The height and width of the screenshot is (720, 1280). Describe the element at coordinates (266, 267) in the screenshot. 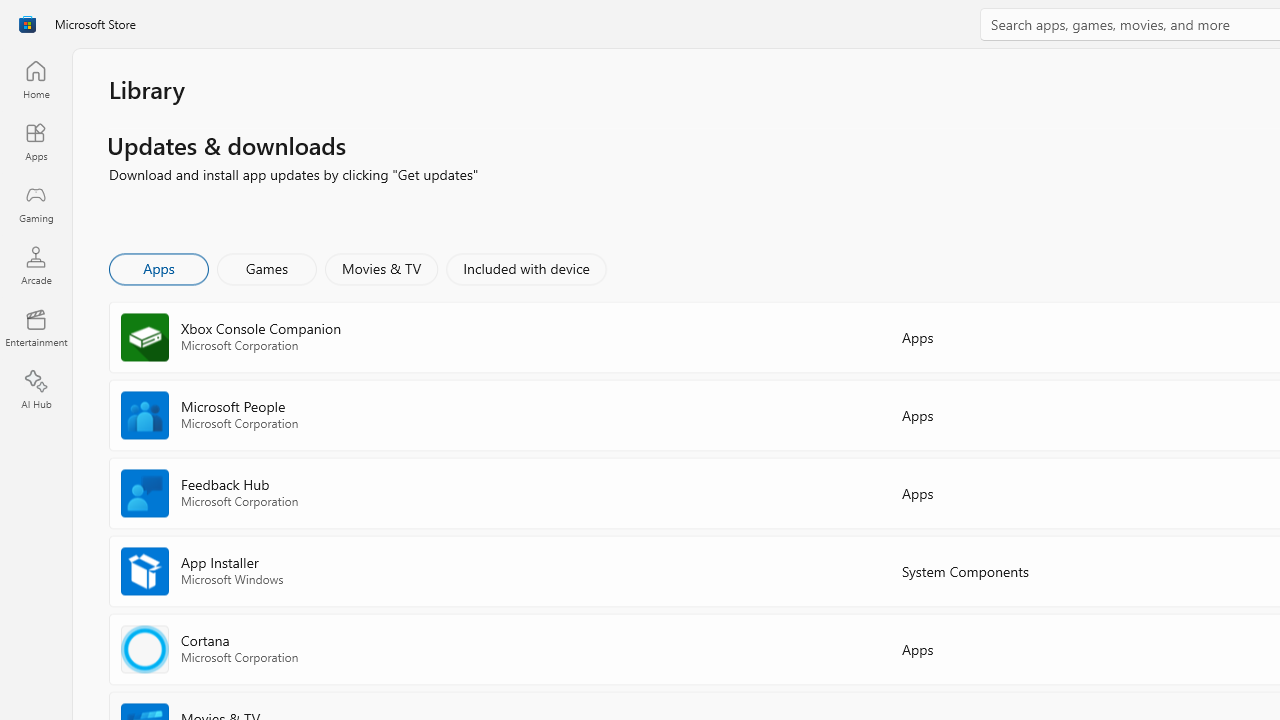

I see `'Games'` at that location.